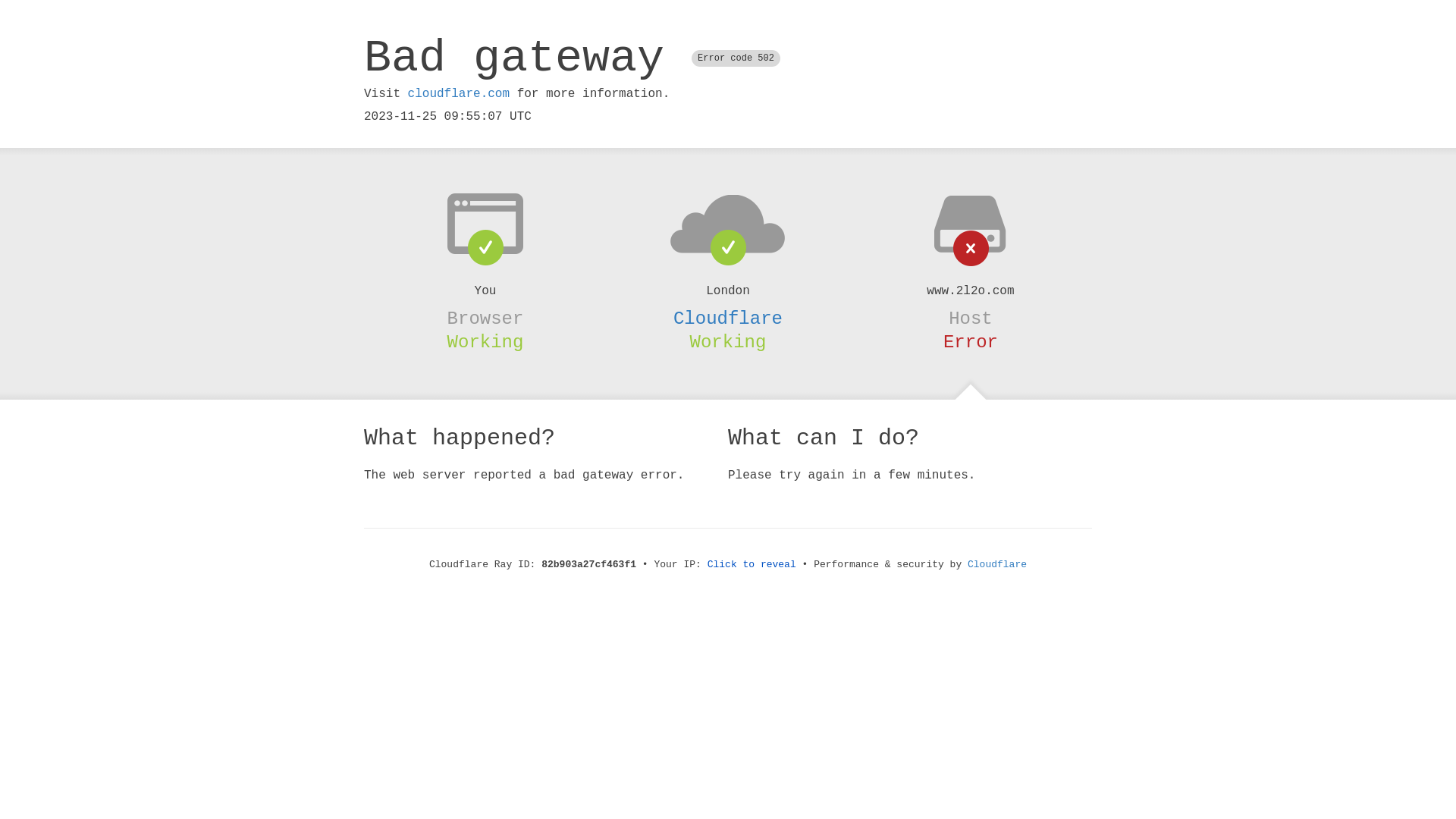  Describe the element at coordinates (752, 564) in the screenshot. I see `'Click to reveal'` at that location.